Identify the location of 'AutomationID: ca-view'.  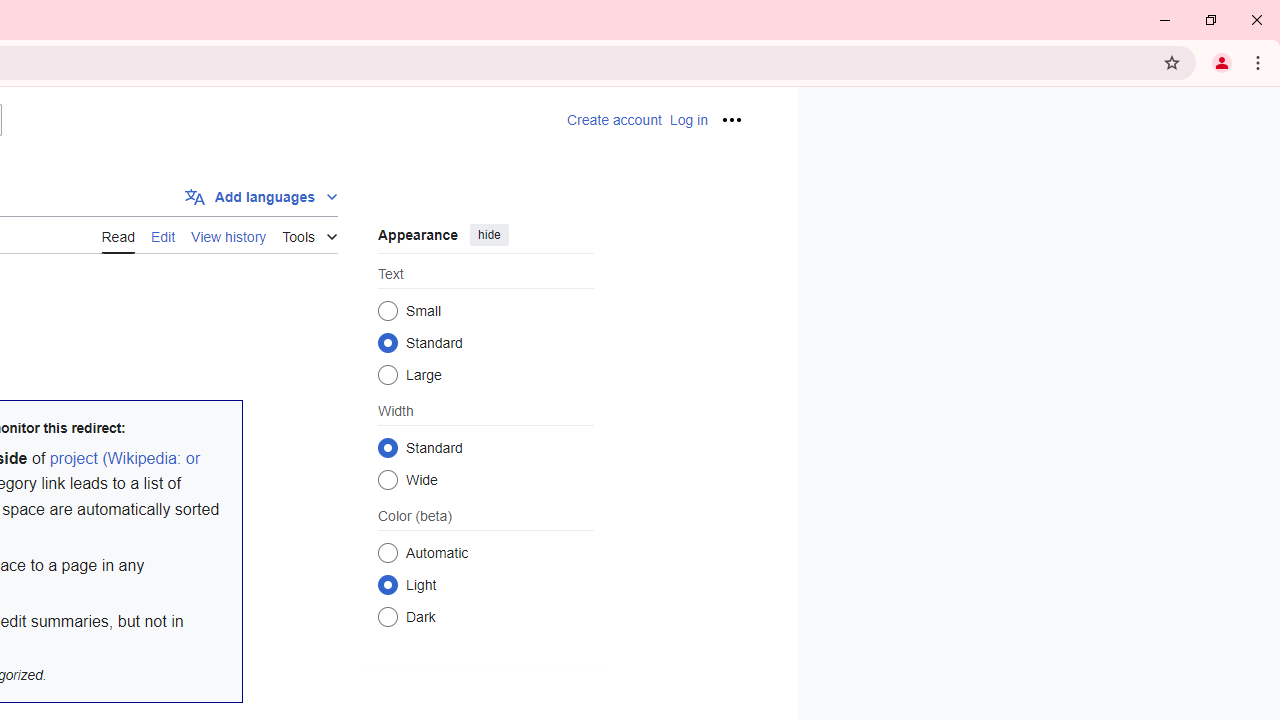
(116, 233).